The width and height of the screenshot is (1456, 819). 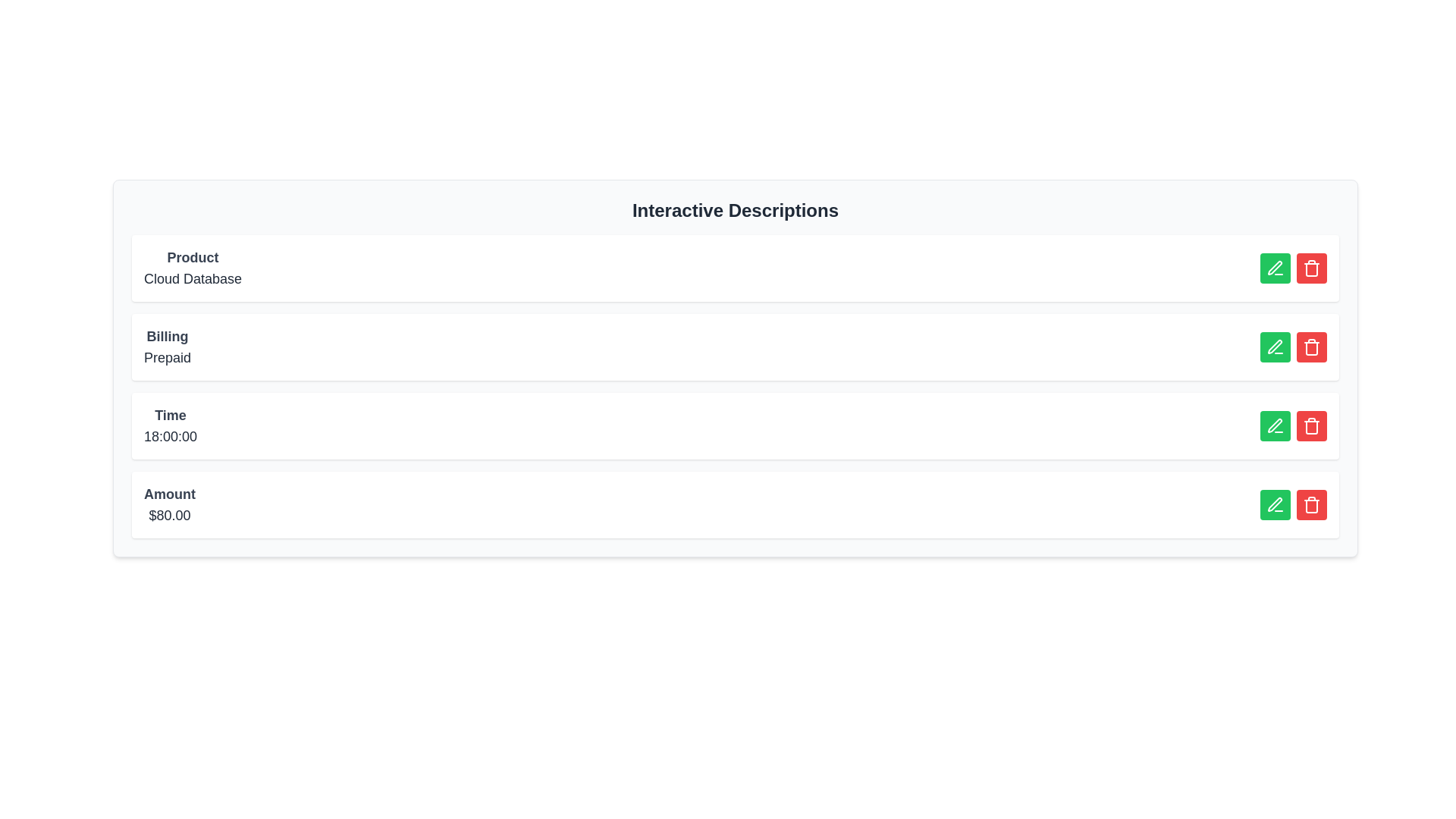 What do you see at coordinates (1274, 426) in the screenshot?
I see `the green edit button featuring a white pen icon to initiate editing adjacent to the 'Time: 18:00:00' entry` at bounding box center [1274, 426].